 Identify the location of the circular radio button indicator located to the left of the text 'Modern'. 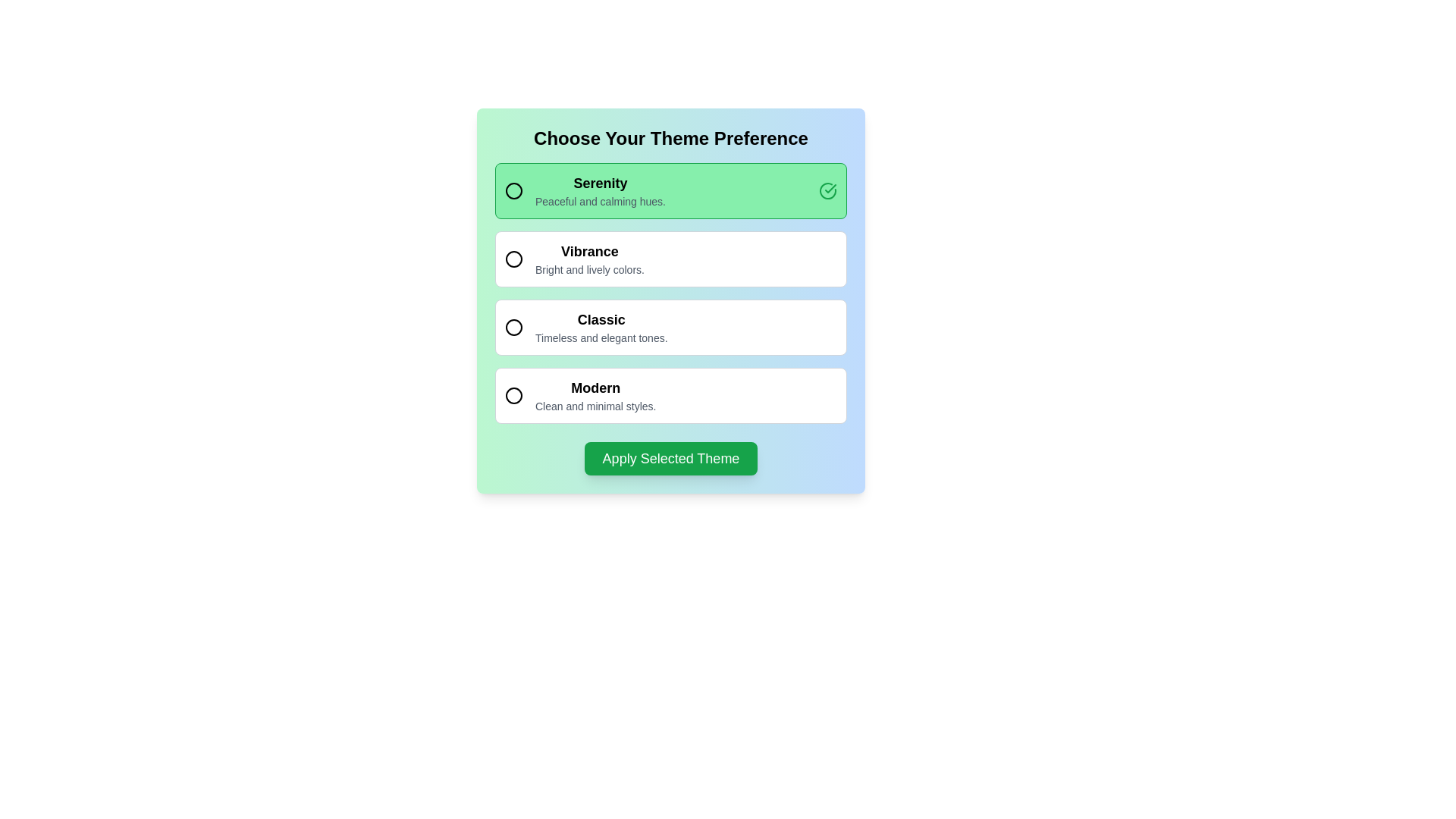
(513, 394).